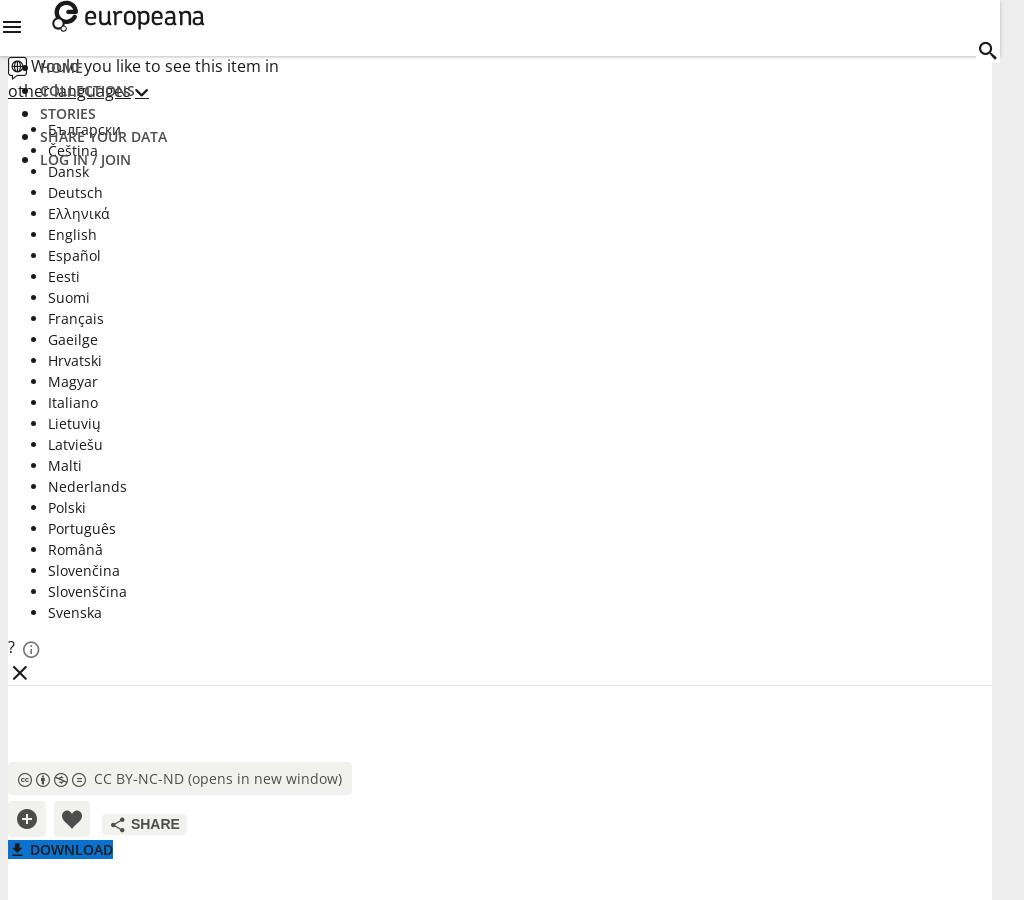 This screenshot has width=1024, height=900. Describe the element at coordinates (72, 150) in the screenshot. I see `'Čeština'` at that location.